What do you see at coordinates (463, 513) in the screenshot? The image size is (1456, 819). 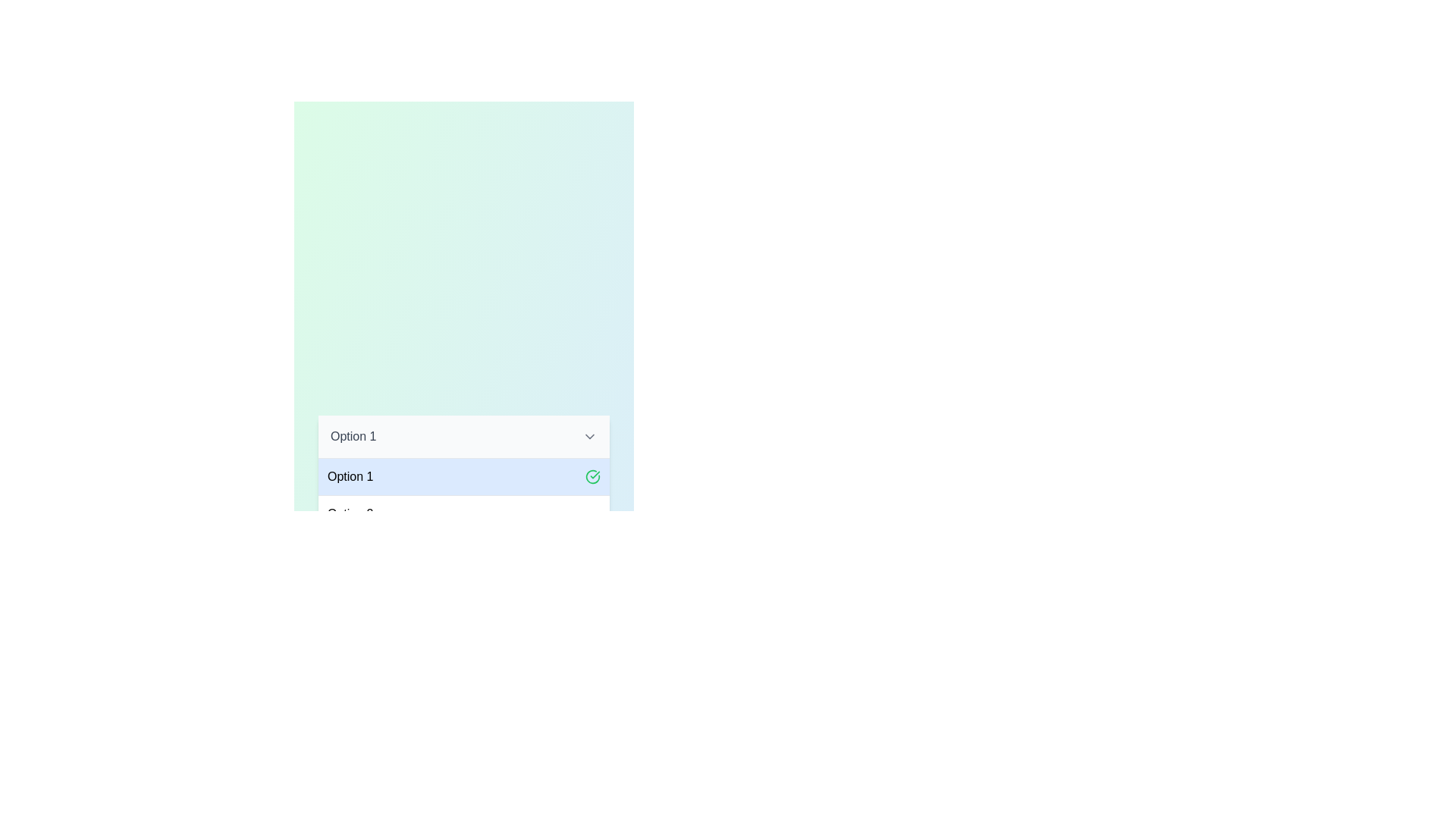 I see `the dropdown option Option 2` at bounding box center [463, 513].